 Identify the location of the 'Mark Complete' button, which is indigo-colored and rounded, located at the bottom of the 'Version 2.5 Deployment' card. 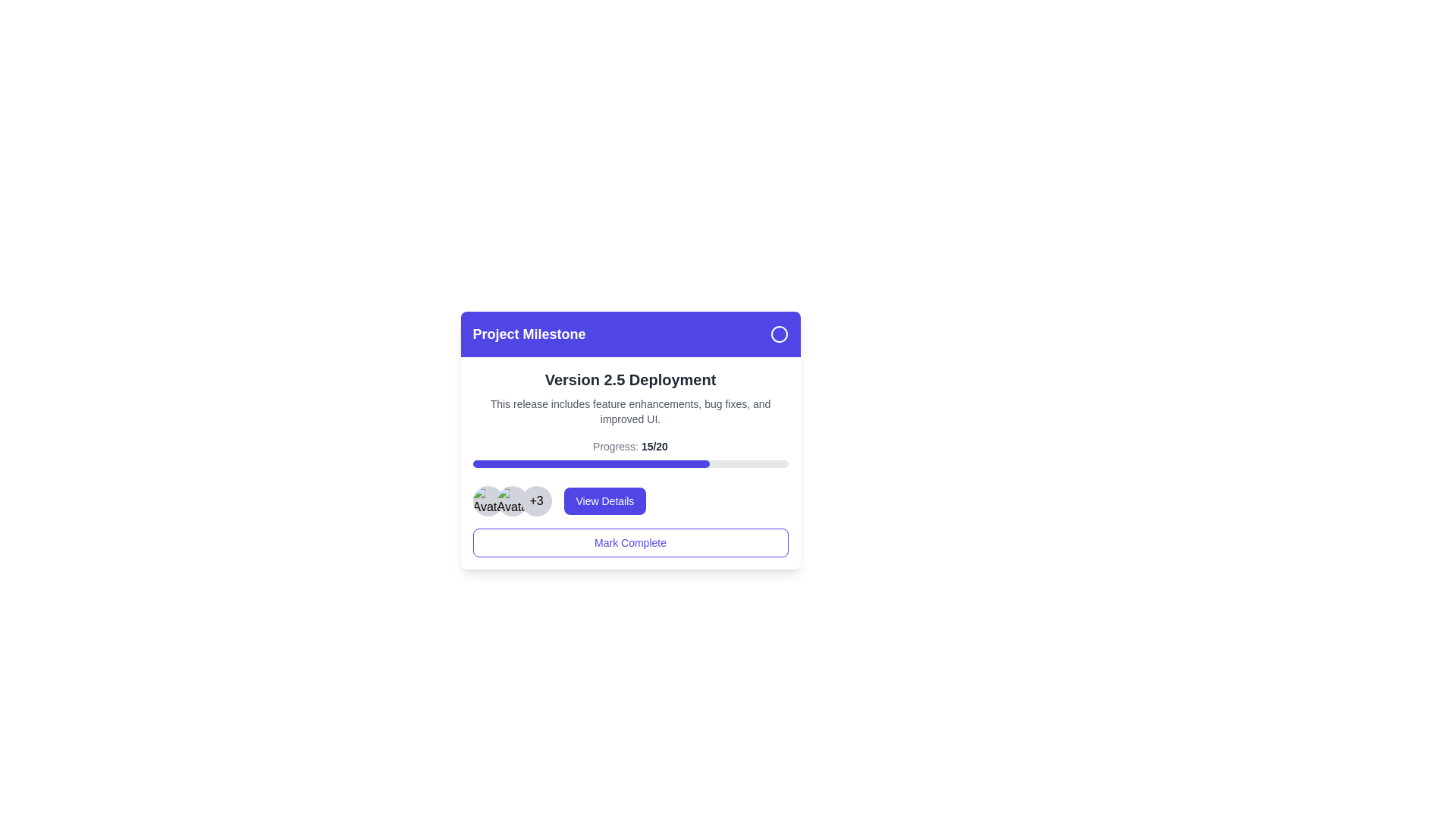
(630, 542).